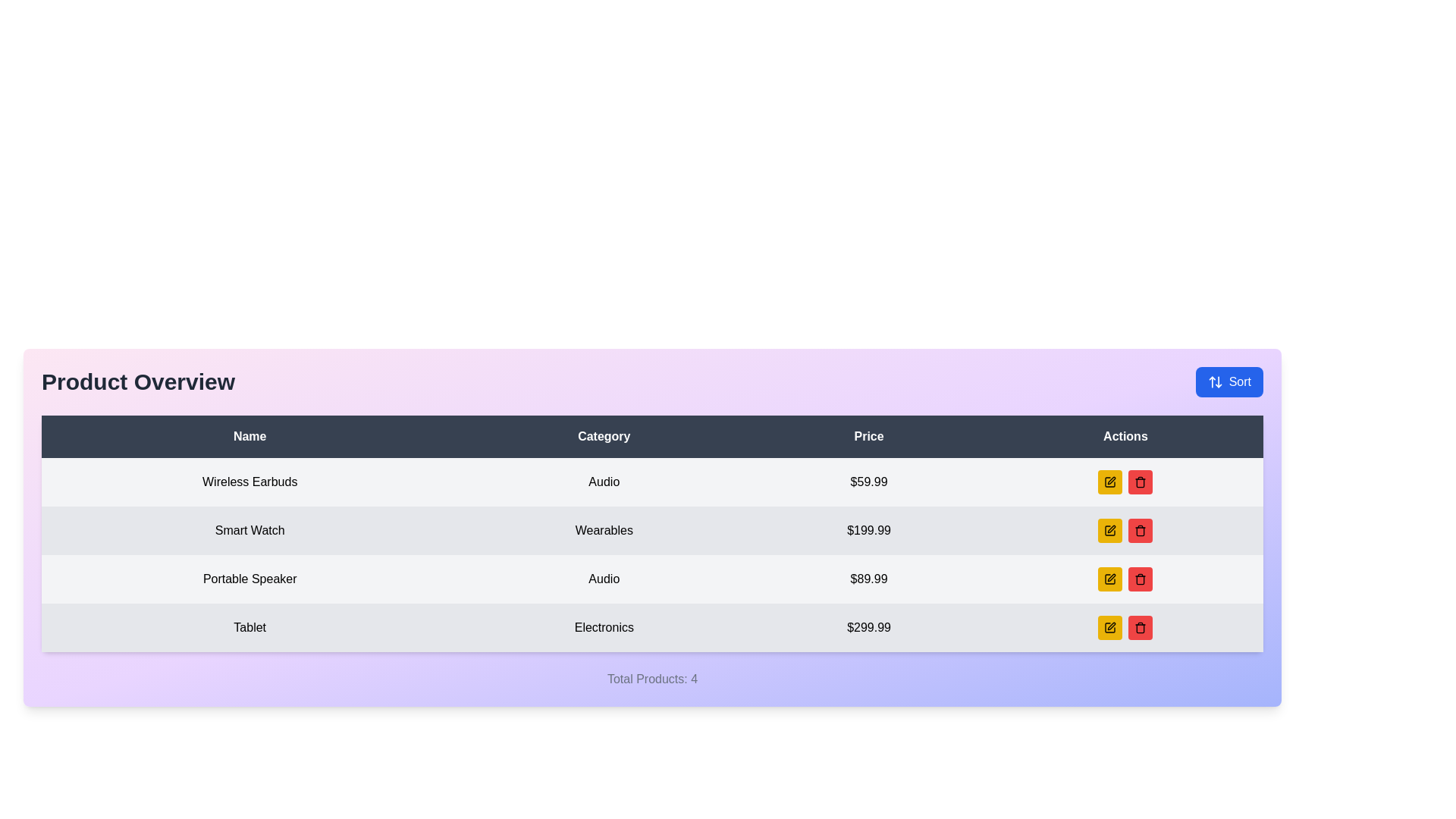  What do you see at coordinates (869, 436) in the screenshot?
I see `the 'Price' text label, which is displayed in bold white font on a dark blue background, located in the third column of the table header` at bounding box center [869, 436].